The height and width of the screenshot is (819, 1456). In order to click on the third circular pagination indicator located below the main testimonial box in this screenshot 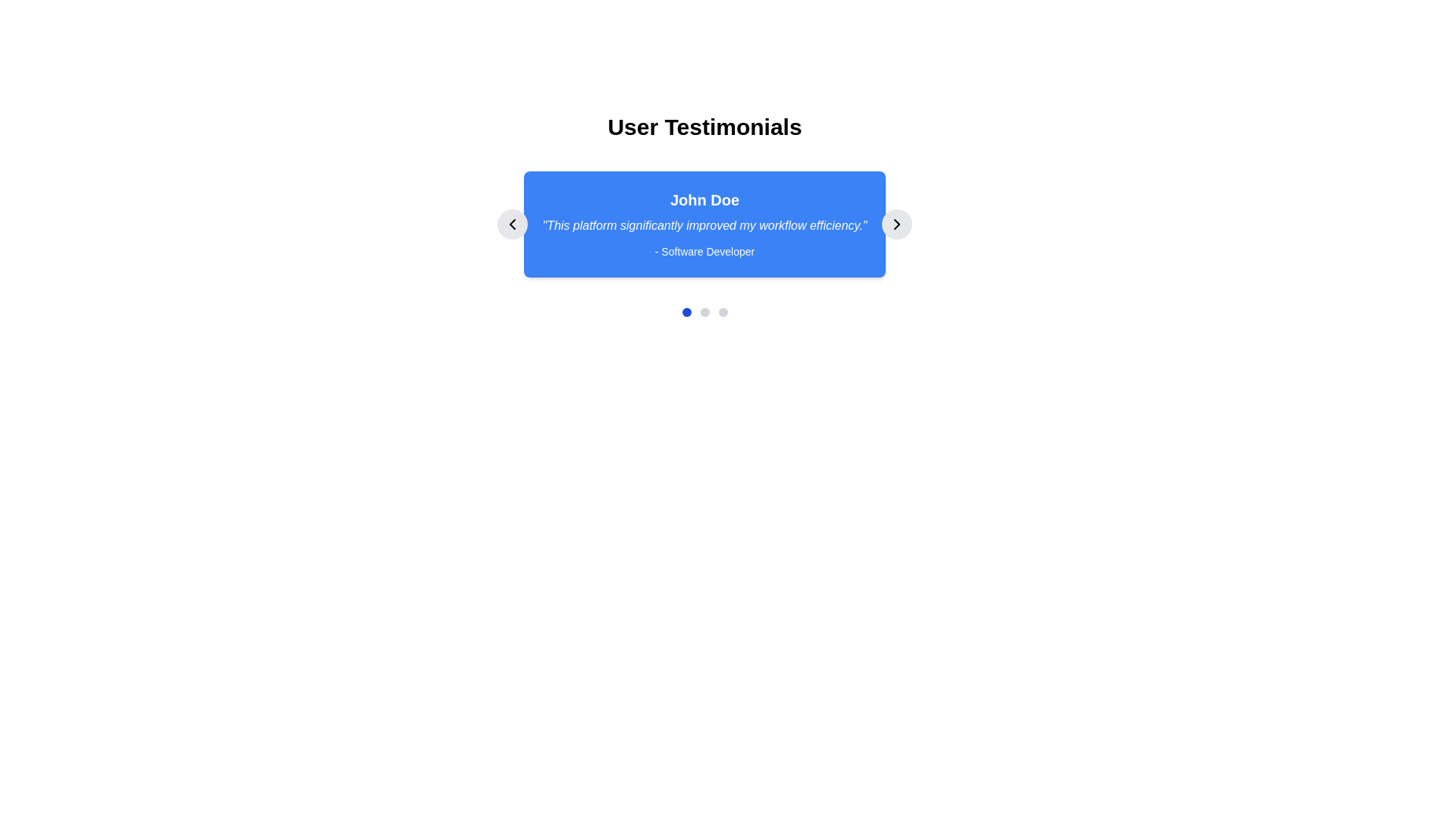, I will do `click(722, 312)`.